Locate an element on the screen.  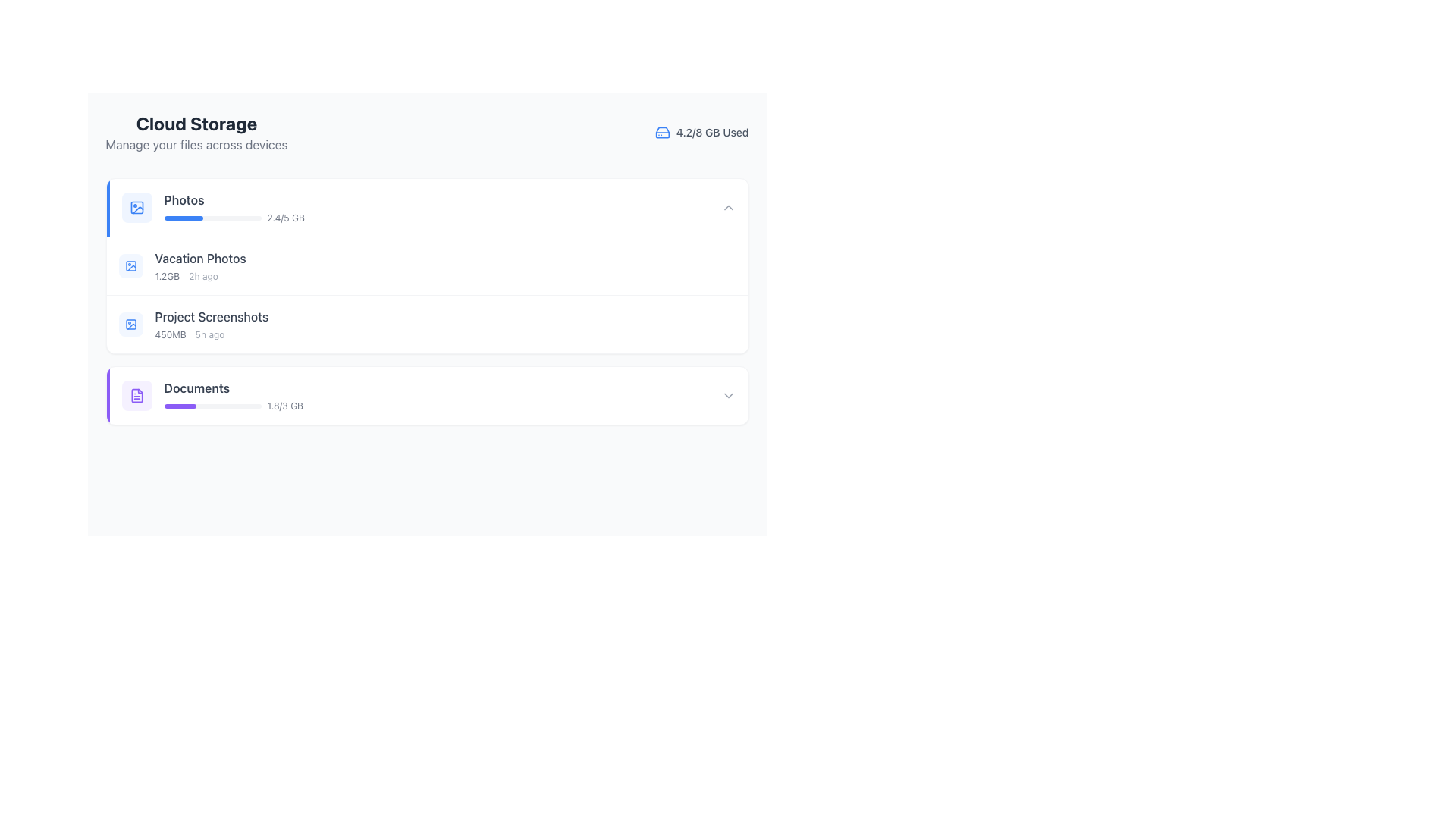
to select the file entry located in the second row of the file list within the 'Cloud Storage' section, which displays details such as name, size, and last modification time is located at coordinates (182, 265).